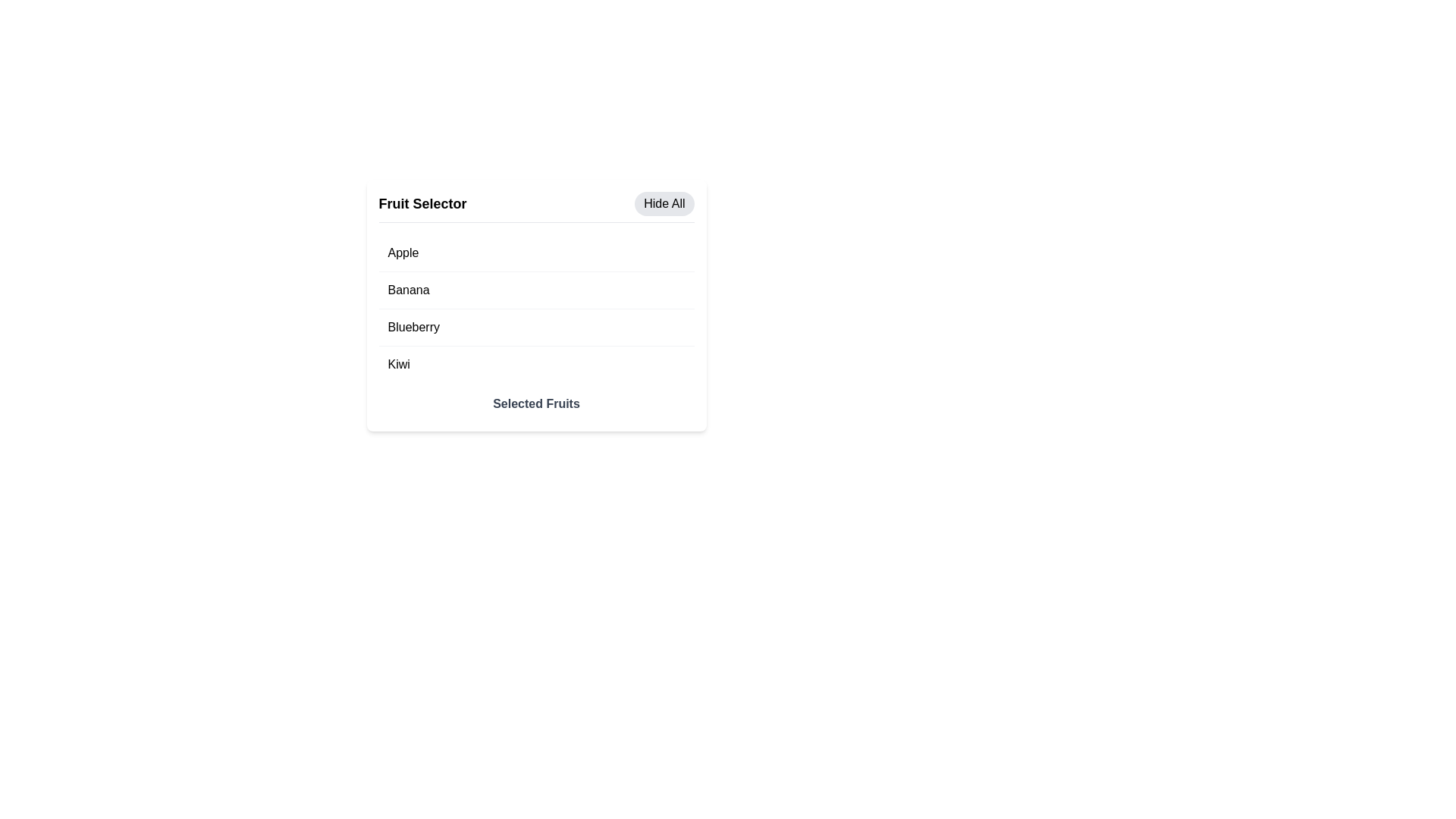  What do you see at coordinates (536, 308) in the screenshot?
I see `names of the fruit items listed in the vertical list within the 'Fruit Selector' section, which includes 'Apple', 'Banana', 'Blueberry', and 'Kiwi'` at bounding box center [536, 308].